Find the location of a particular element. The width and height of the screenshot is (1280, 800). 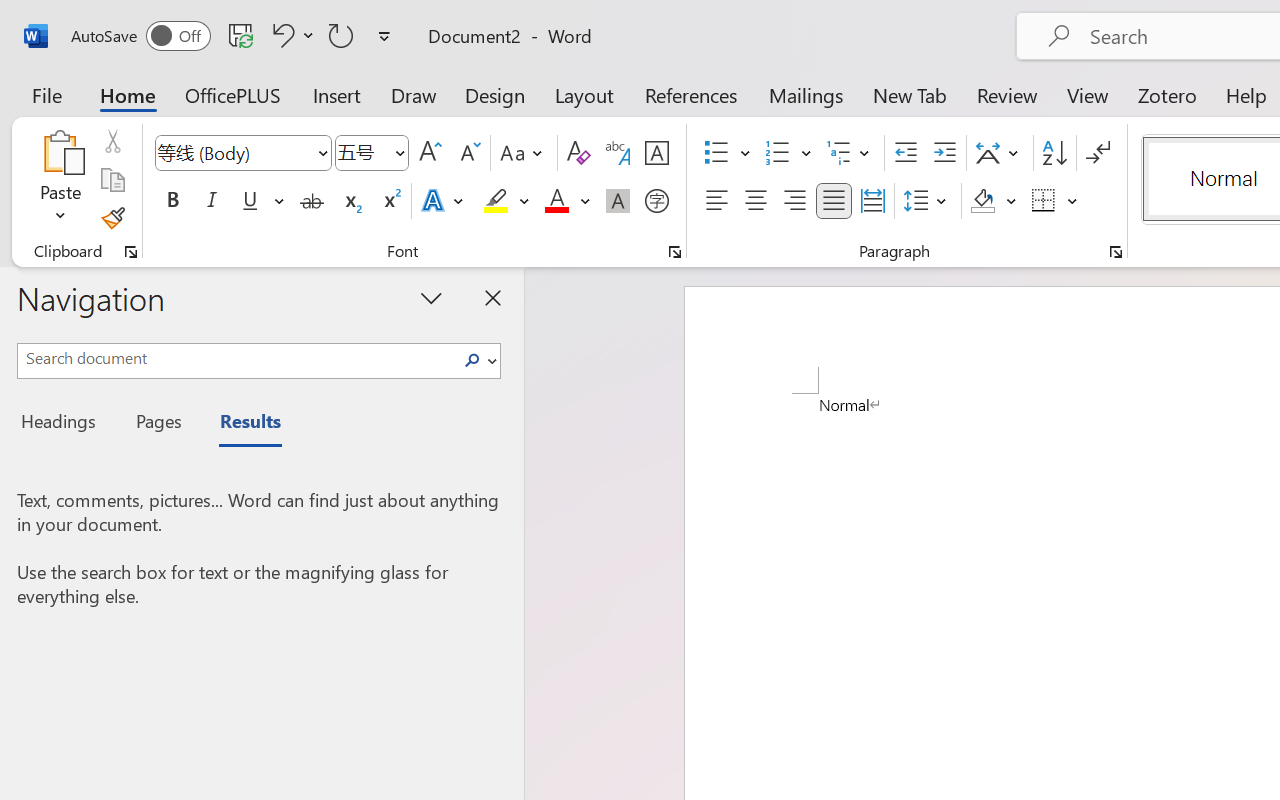

'Sort...' is located at coordinates (1053, 153).